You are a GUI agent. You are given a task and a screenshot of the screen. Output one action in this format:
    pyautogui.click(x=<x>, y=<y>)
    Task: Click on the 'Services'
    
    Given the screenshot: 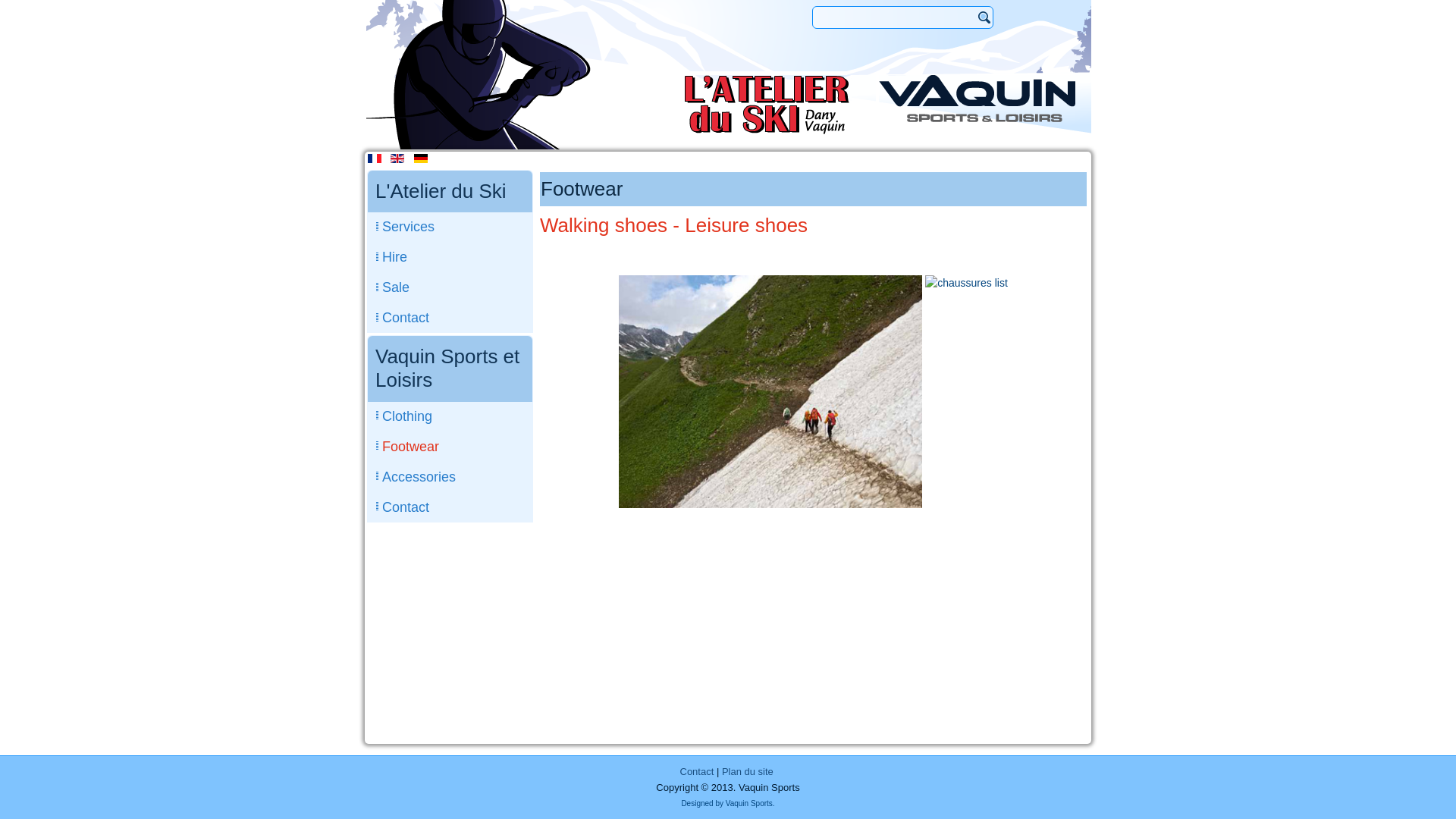 What is the action you would take?
    pyautogui.click(x=449, y=227)
    